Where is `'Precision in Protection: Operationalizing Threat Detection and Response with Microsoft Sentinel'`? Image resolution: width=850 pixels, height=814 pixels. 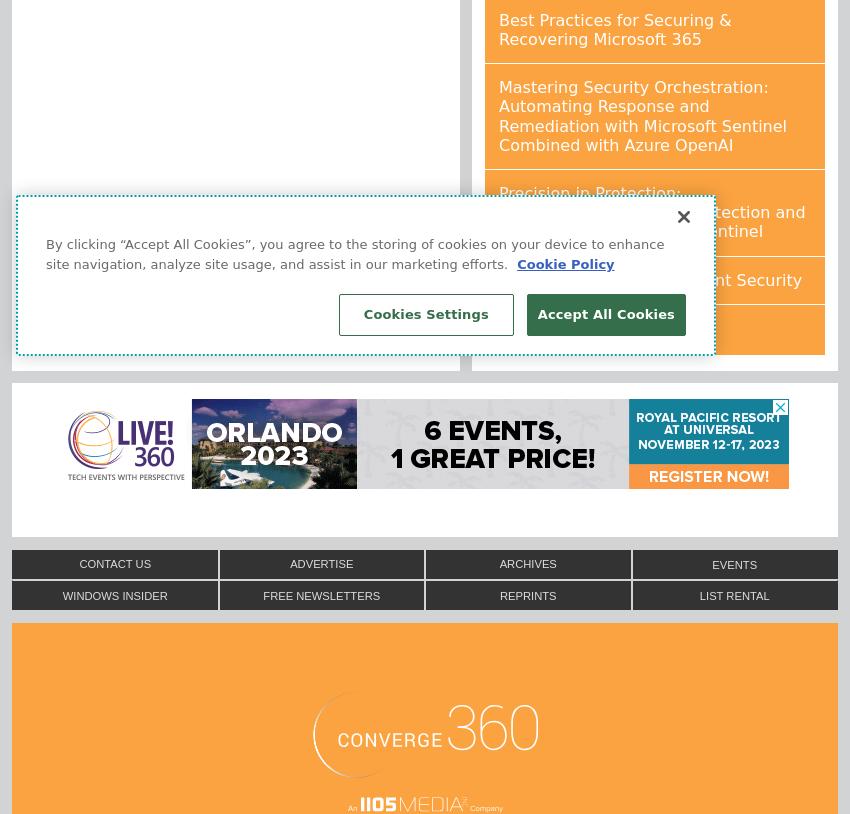
'Precision in Protection: Operationalizing Threat Detection and Response with Microsoft Sentinel' is located at coordinates (652, 212).